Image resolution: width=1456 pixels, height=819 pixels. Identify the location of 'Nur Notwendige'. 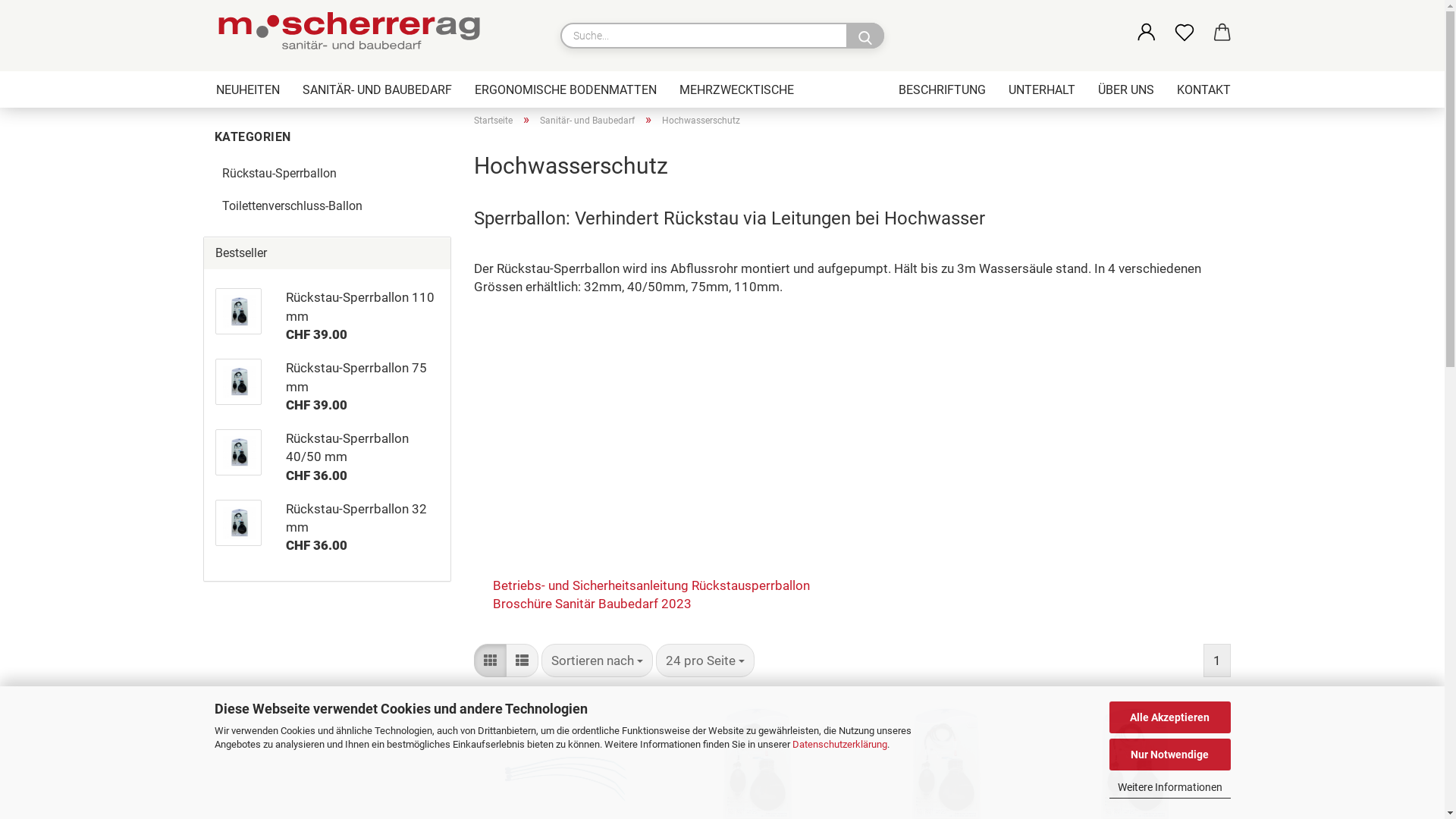
(1168, 755).